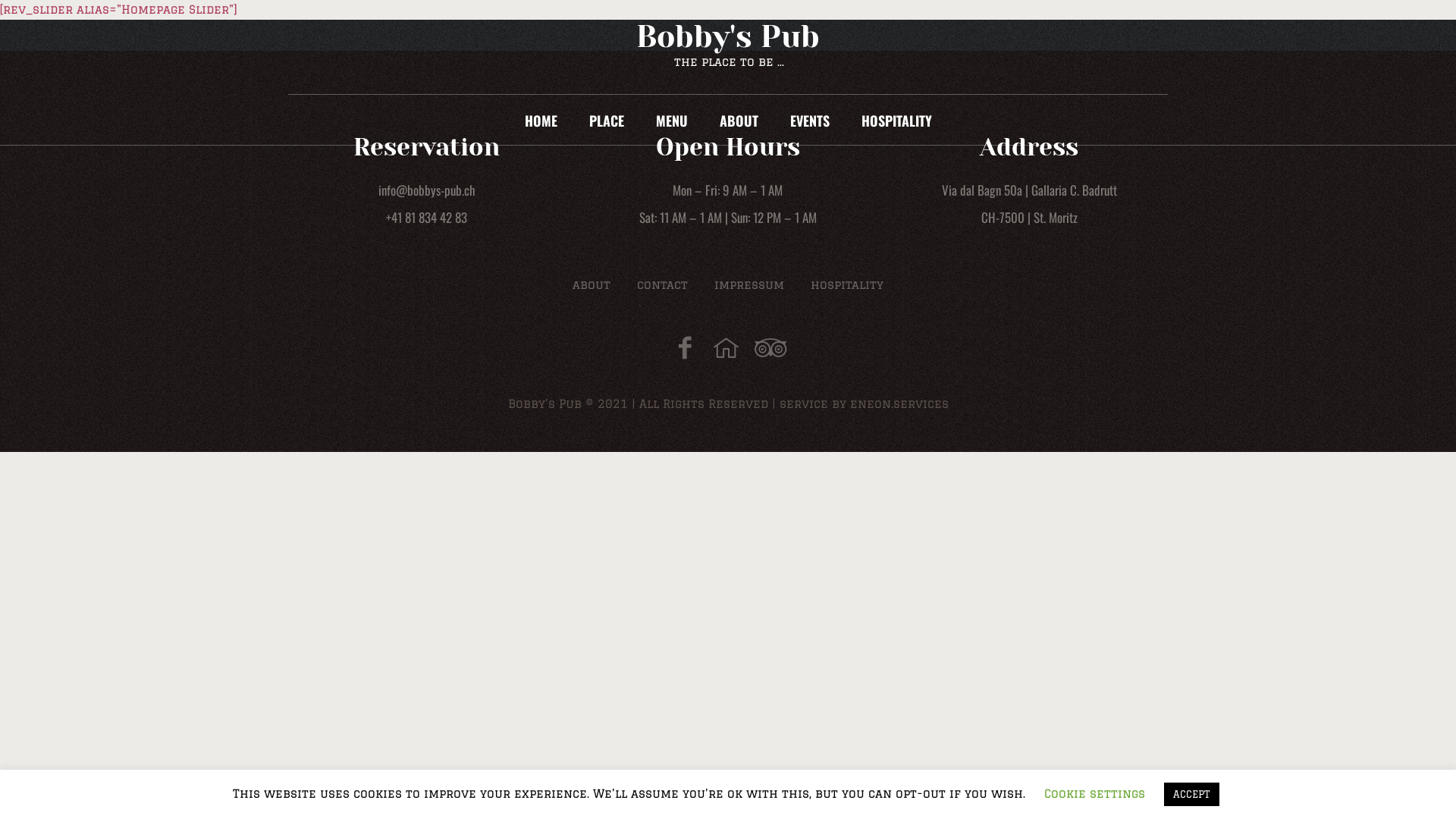 This screenshot has width=1456, height=819. What do you see at coordinates (846, 284) in the screenshot?
I see `'hospitality'` at bounding box center [846, 284].